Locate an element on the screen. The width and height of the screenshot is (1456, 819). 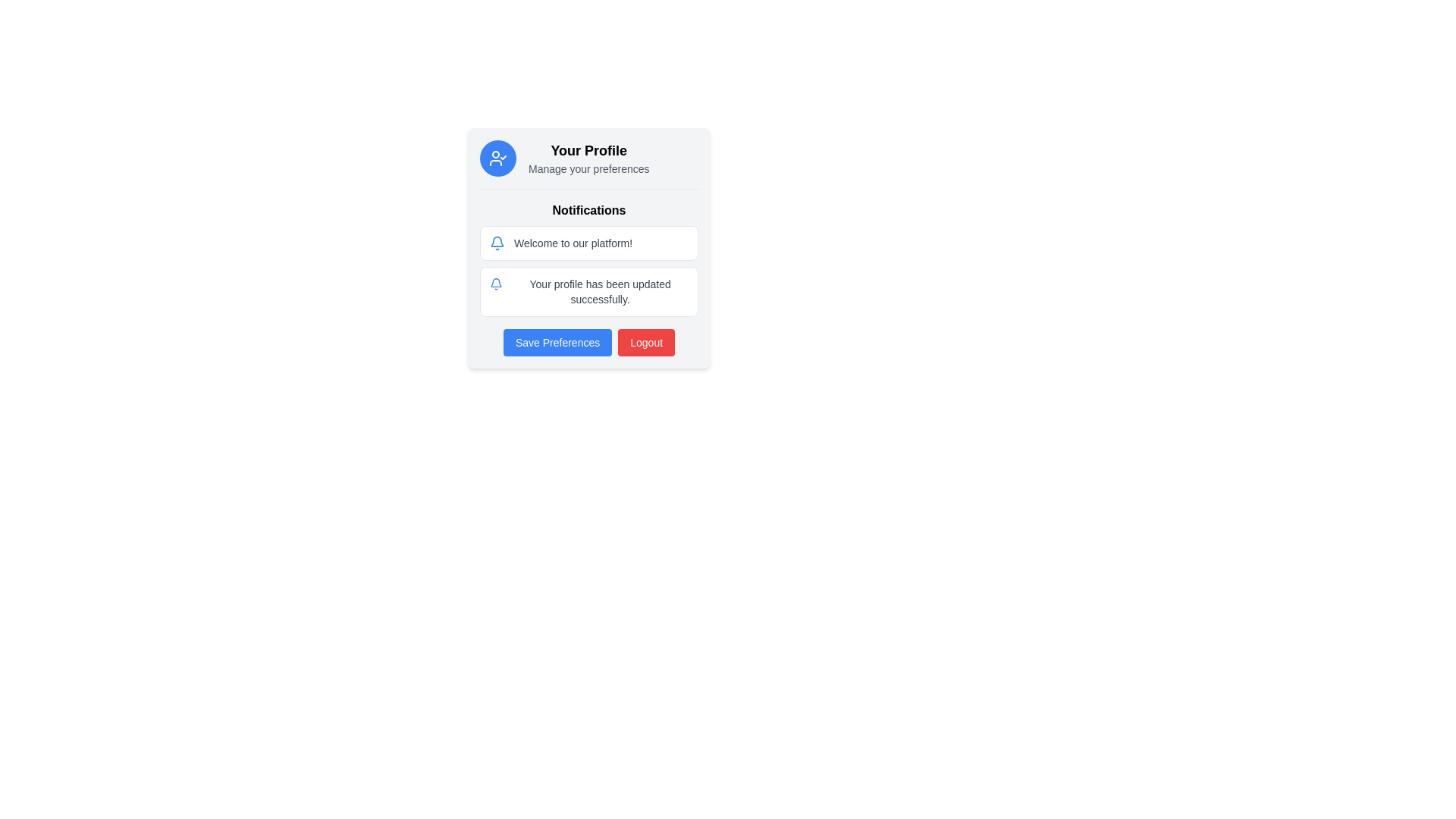
text content of the header element located directly below the 'Your Profile' section, which serves to guide users in the notifications area is located at coordinates (588, 210).